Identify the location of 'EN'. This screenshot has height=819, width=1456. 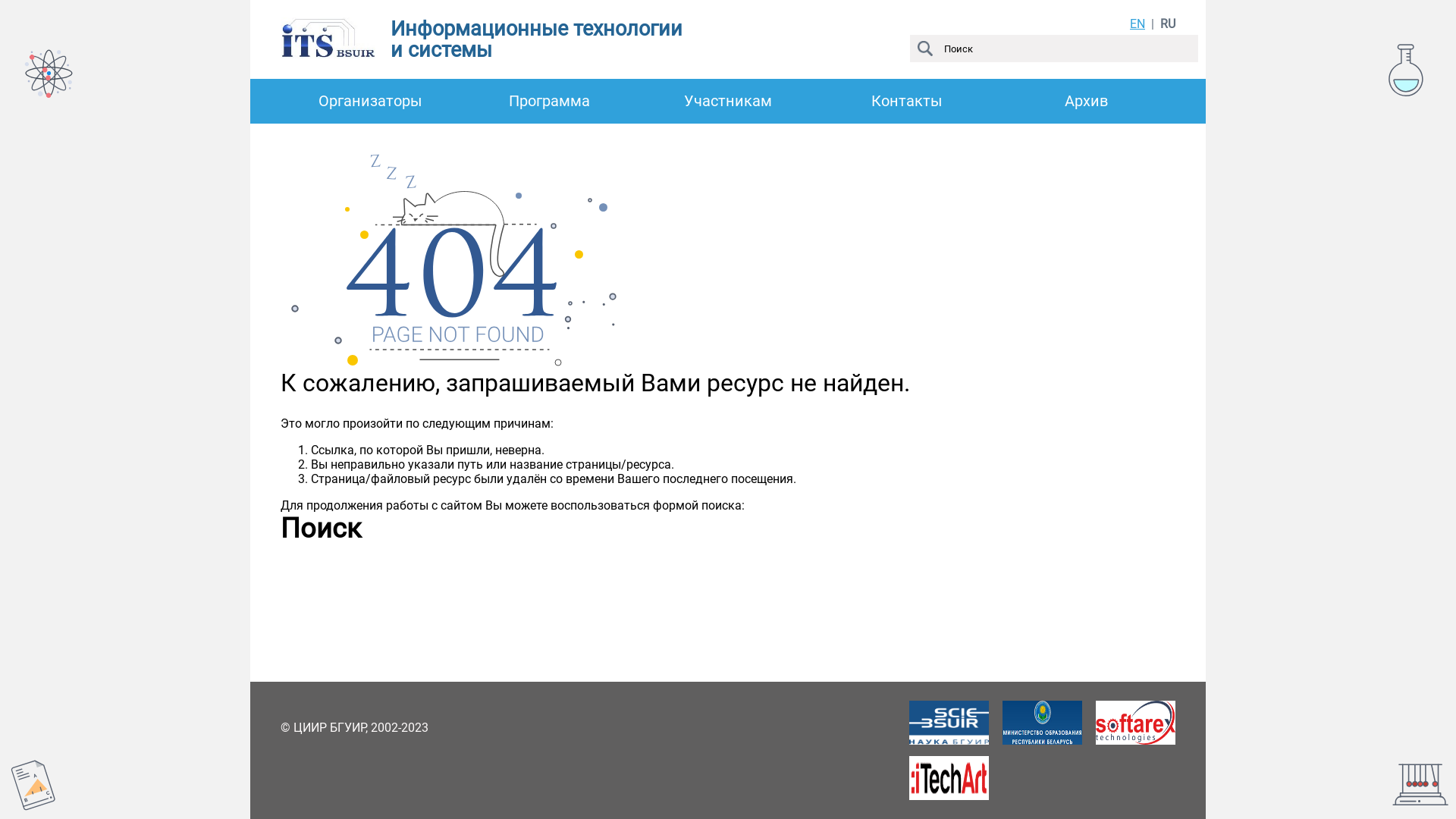
(1137, 24).